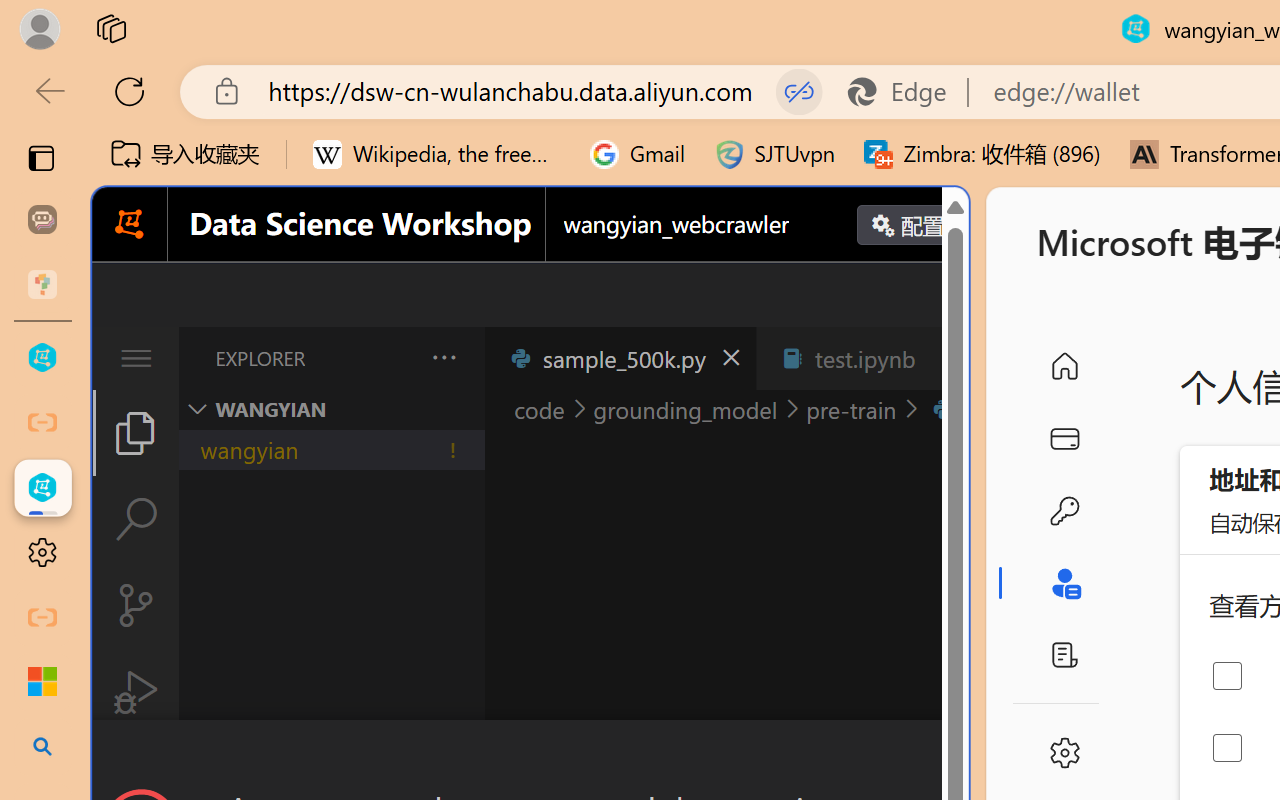 The image size is (1280, 800). I want to click on 'sample_500k.py', so click(619, 358).